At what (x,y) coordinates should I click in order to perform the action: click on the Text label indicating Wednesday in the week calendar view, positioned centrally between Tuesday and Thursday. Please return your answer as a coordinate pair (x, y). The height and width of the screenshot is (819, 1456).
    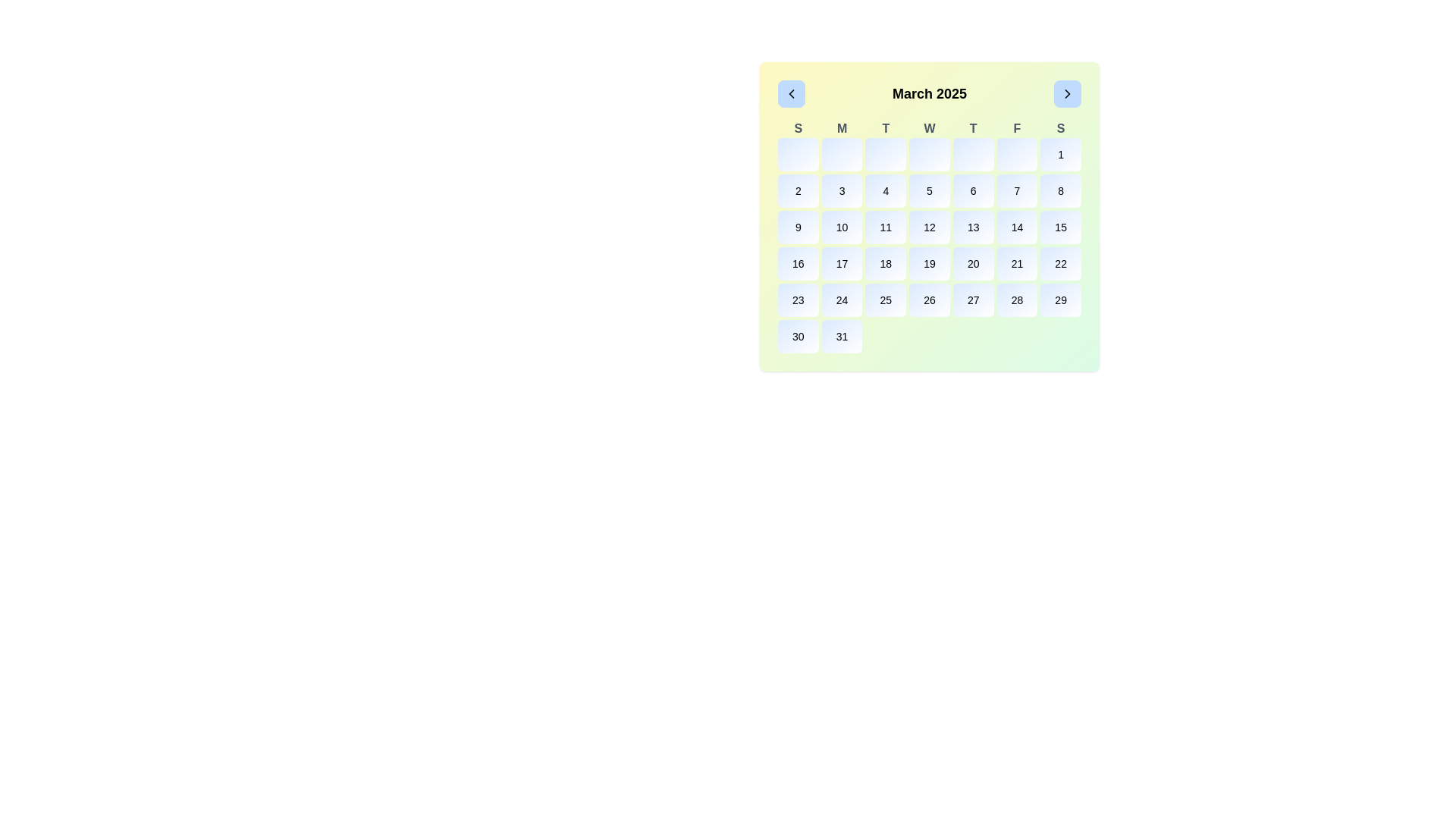
    Looking at the image, I should click on (928, 127).